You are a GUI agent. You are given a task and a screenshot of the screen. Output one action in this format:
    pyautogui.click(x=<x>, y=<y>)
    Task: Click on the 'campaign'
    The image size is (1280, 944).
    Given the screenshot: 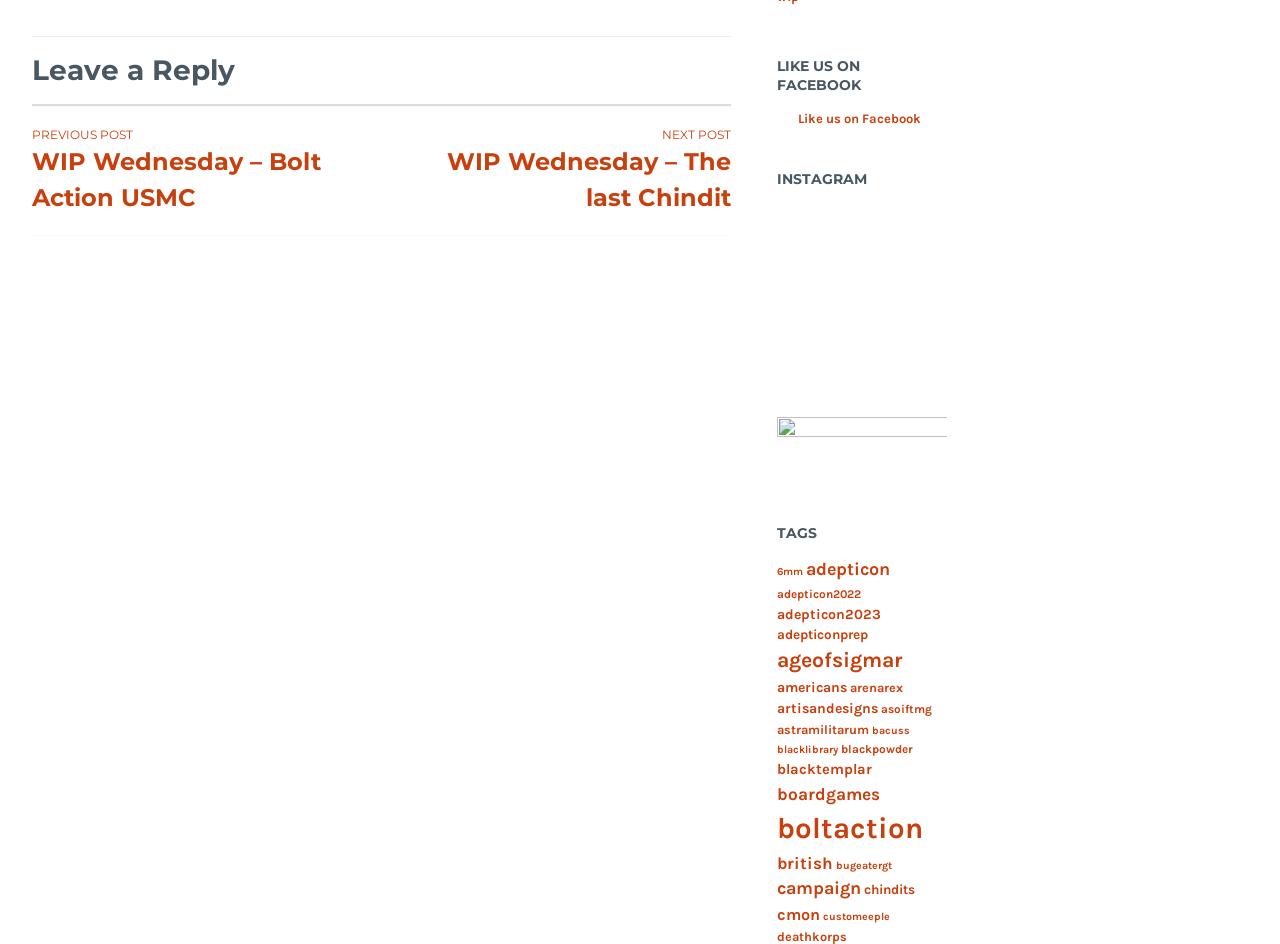 What is the action you would take?
    pyautogui.click(x=774, y=887)
    